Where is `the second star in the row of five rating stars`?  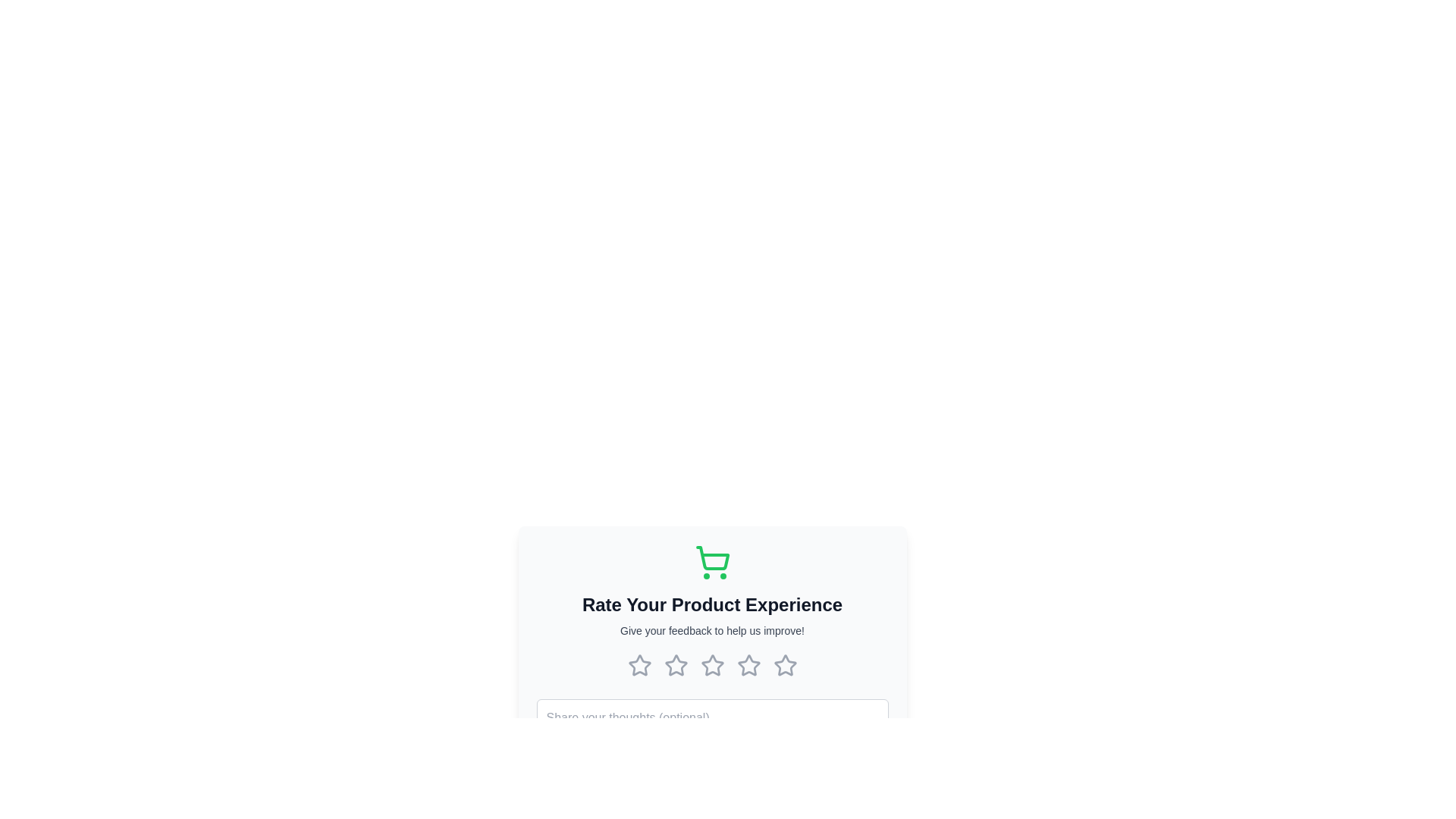
the second star in the row of five rating stars is located at coordinates (711, 665).